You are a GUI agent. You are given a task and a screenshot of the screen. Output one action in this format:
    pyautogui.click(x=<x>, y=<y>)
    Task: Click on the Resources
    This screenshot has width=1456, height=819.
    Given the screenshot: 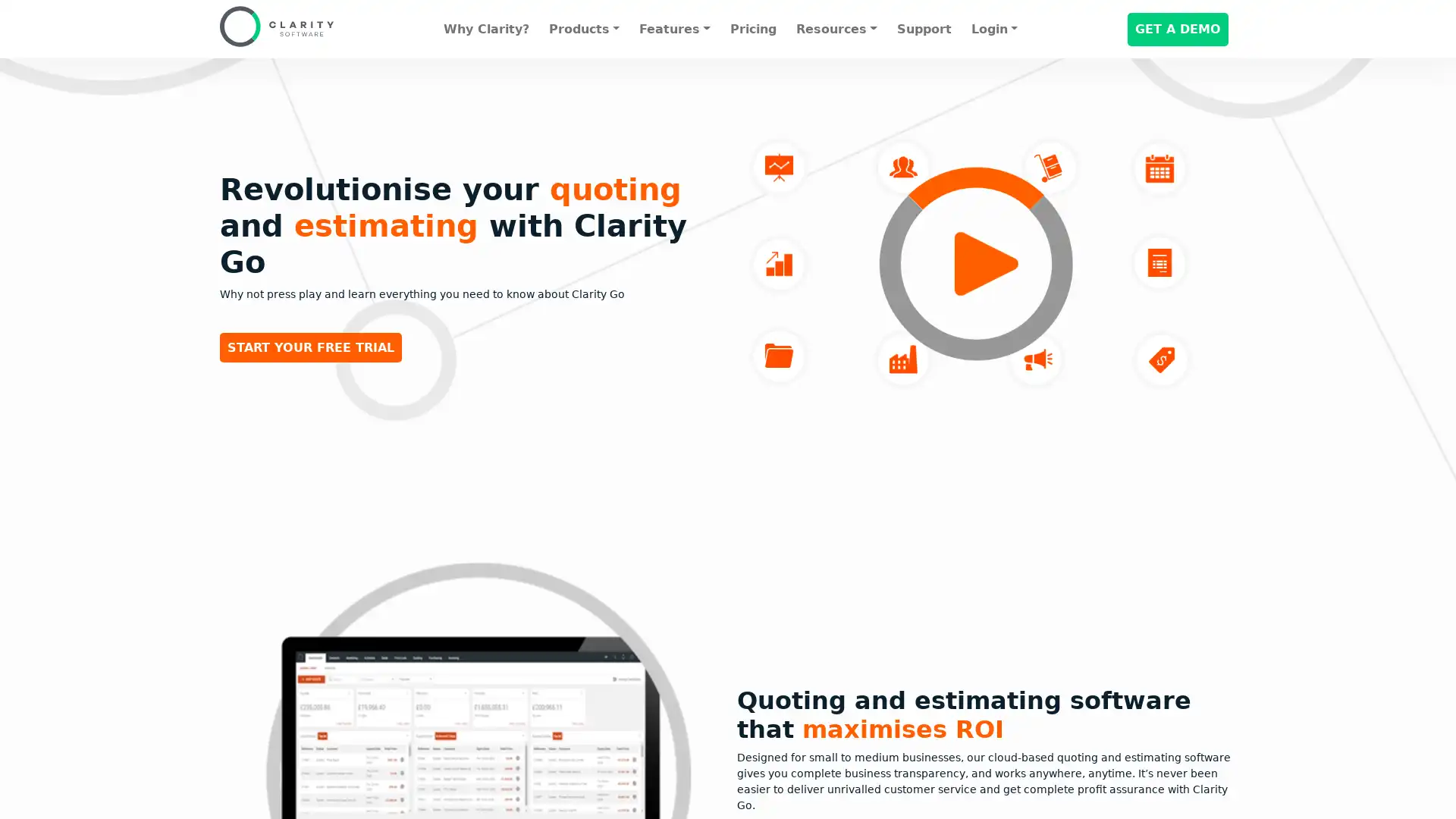 What is the action you would take?
    pyautogui.click(x=836, y=29)
    